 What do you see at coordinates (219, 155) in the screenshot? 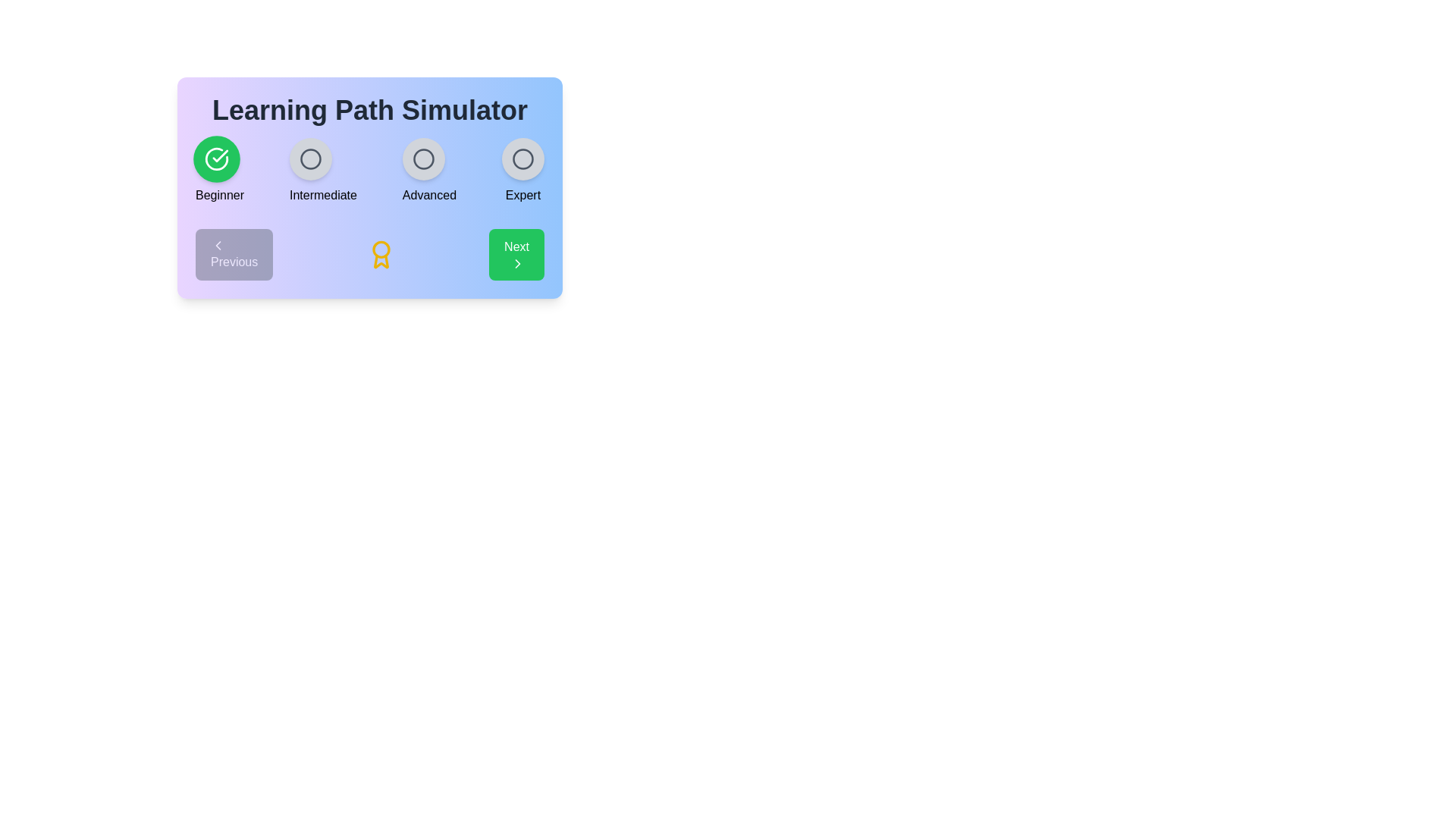
I see `the 'Beginner' level icon, which serves as a visual indicator for selection or completion, located at the leftmost end of the learning level options section` at bounding box center [219, 155].